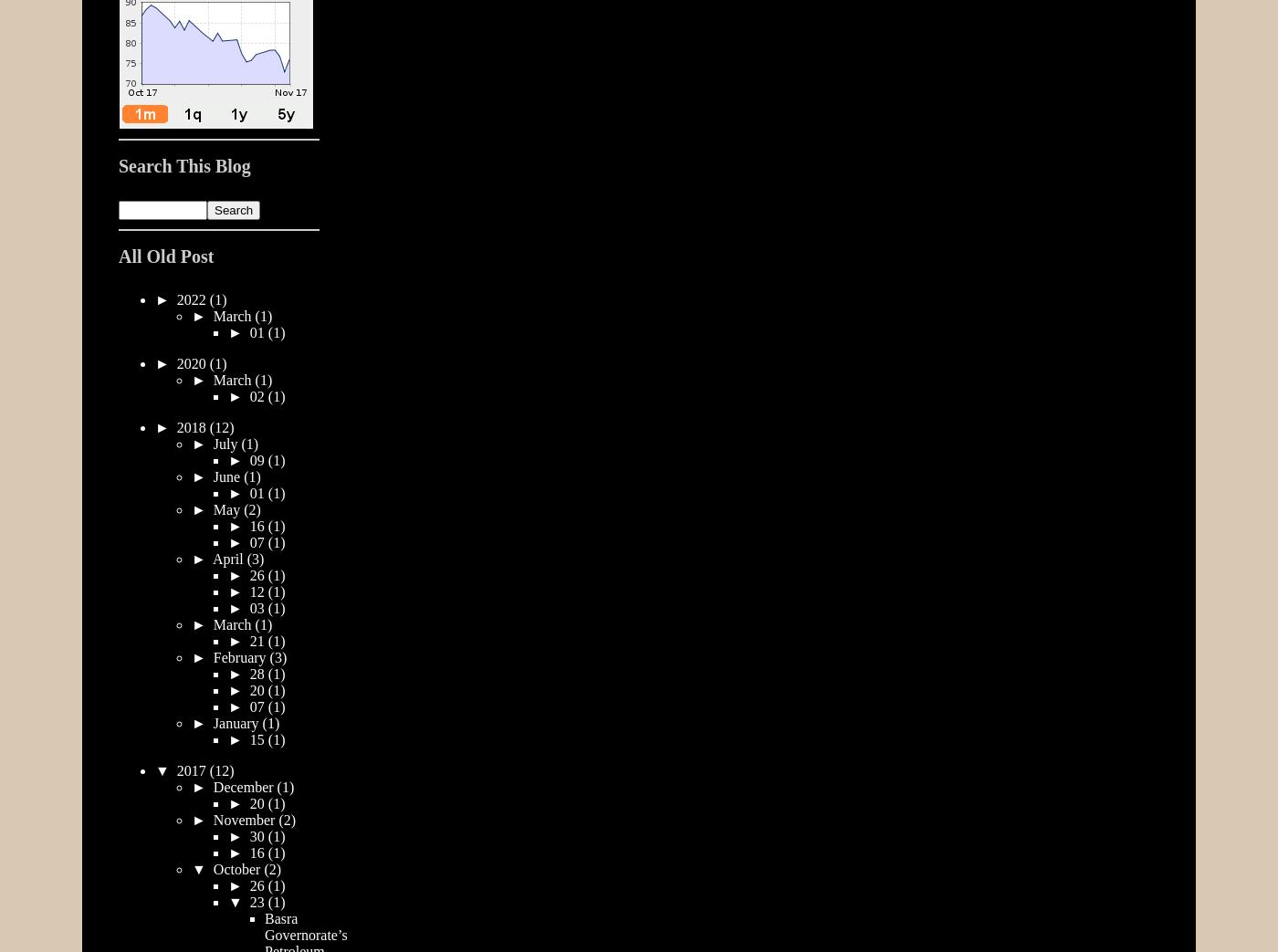 This screenshot has height=952, width=1278. I want to click on '23', so click(257, 901).